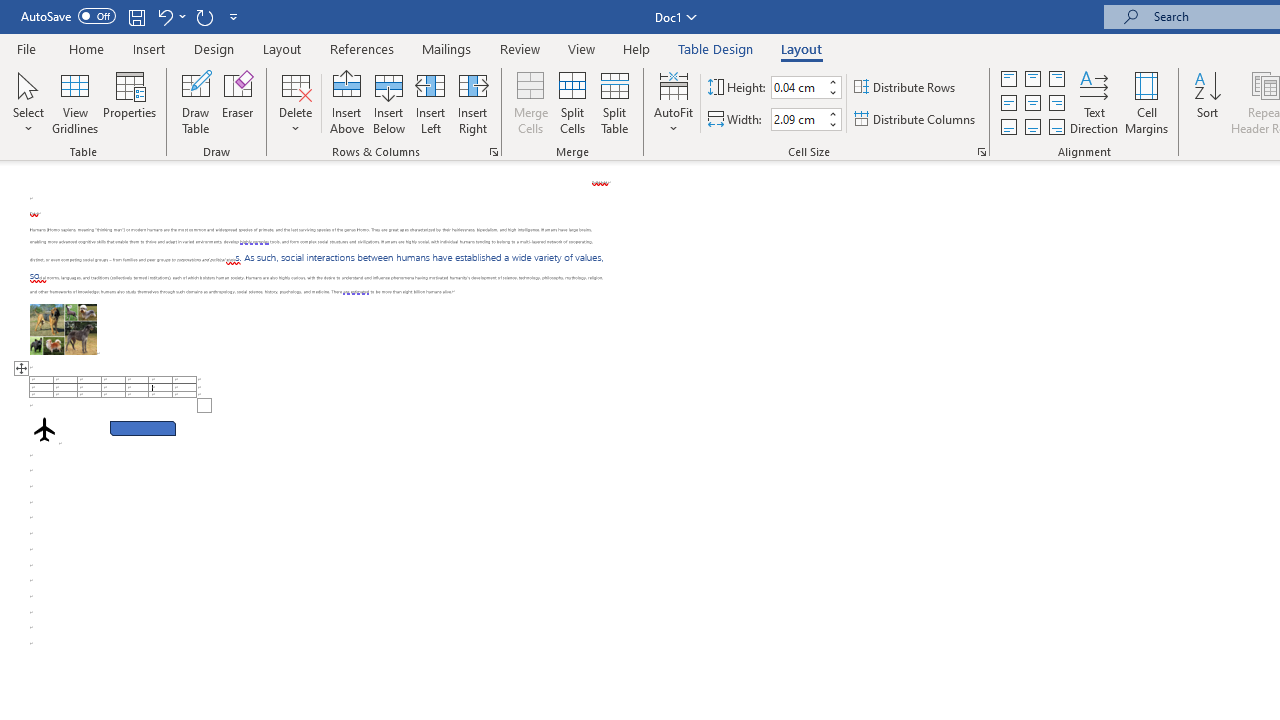 Image resolution: width=1280 pixels, height=720 pixels. What do you see at coordinates (1009, 127) in the screenshot?
I see `'Align Bottom Justified'` at bounding box center [1009, 127].